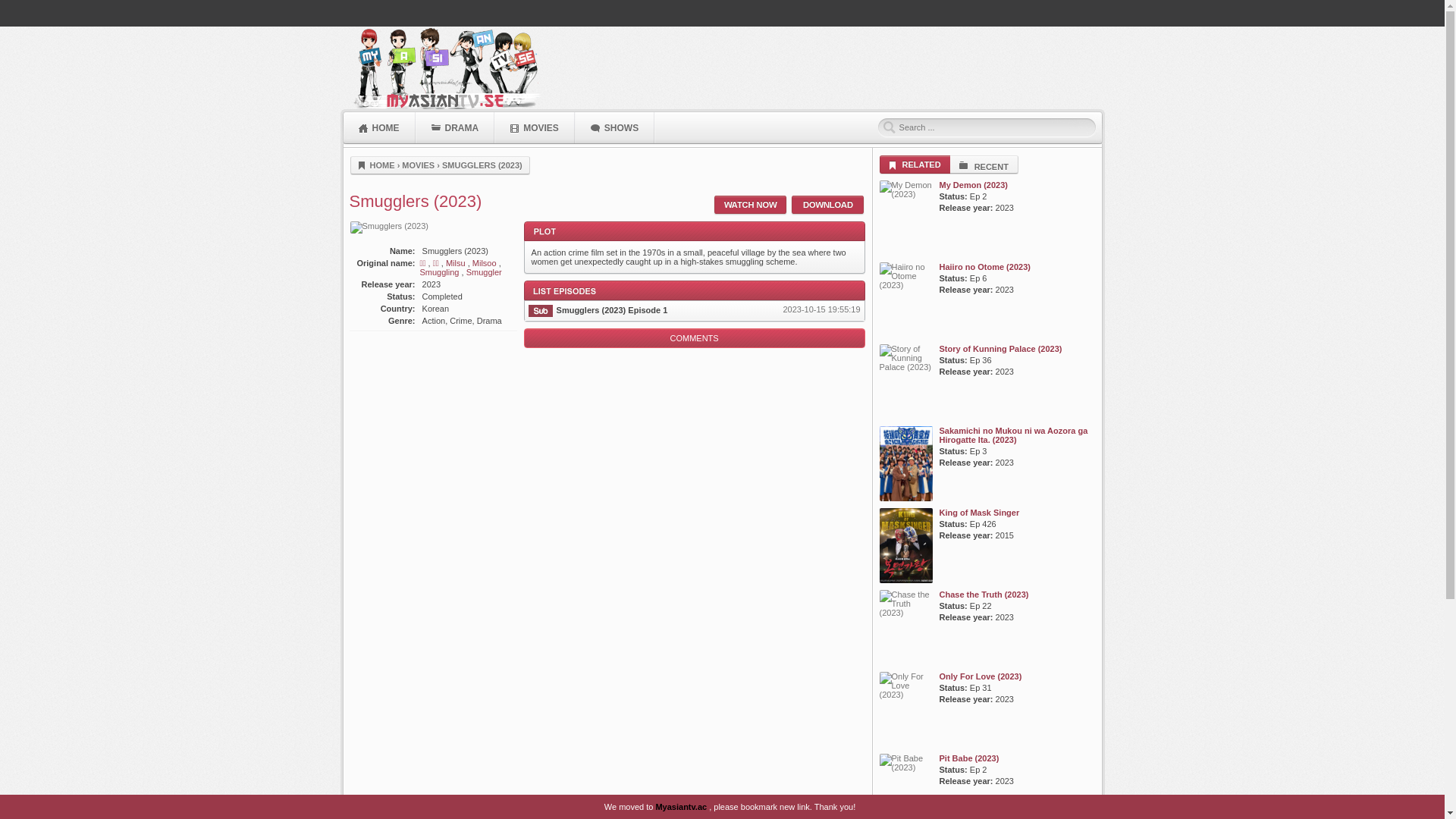 The image size is (1456, 819). I want to click on 'Smugglers (2023) Episode 1', so click(556, 307).